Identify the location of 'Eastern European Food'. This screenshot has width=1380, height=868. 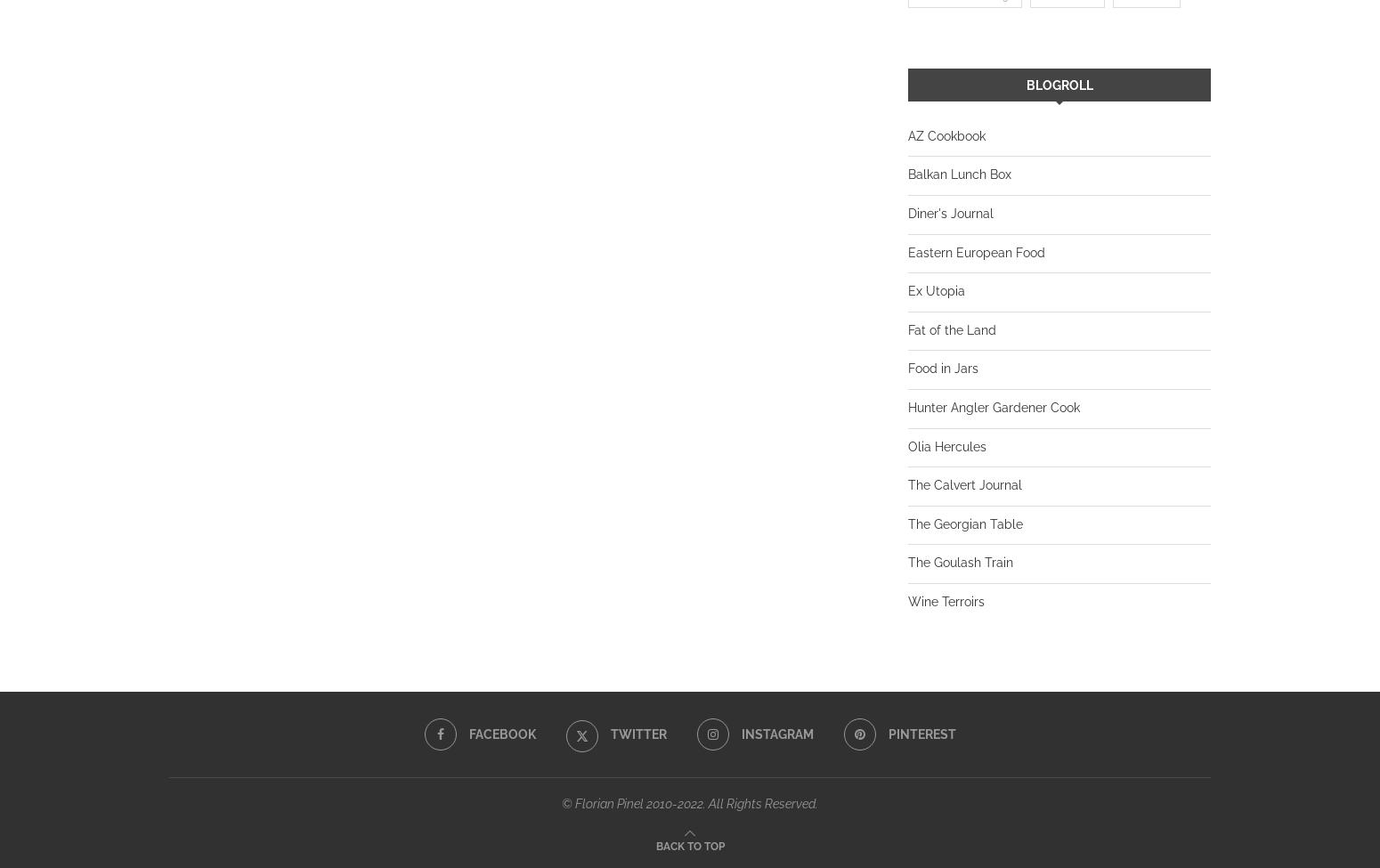
(908, 252).